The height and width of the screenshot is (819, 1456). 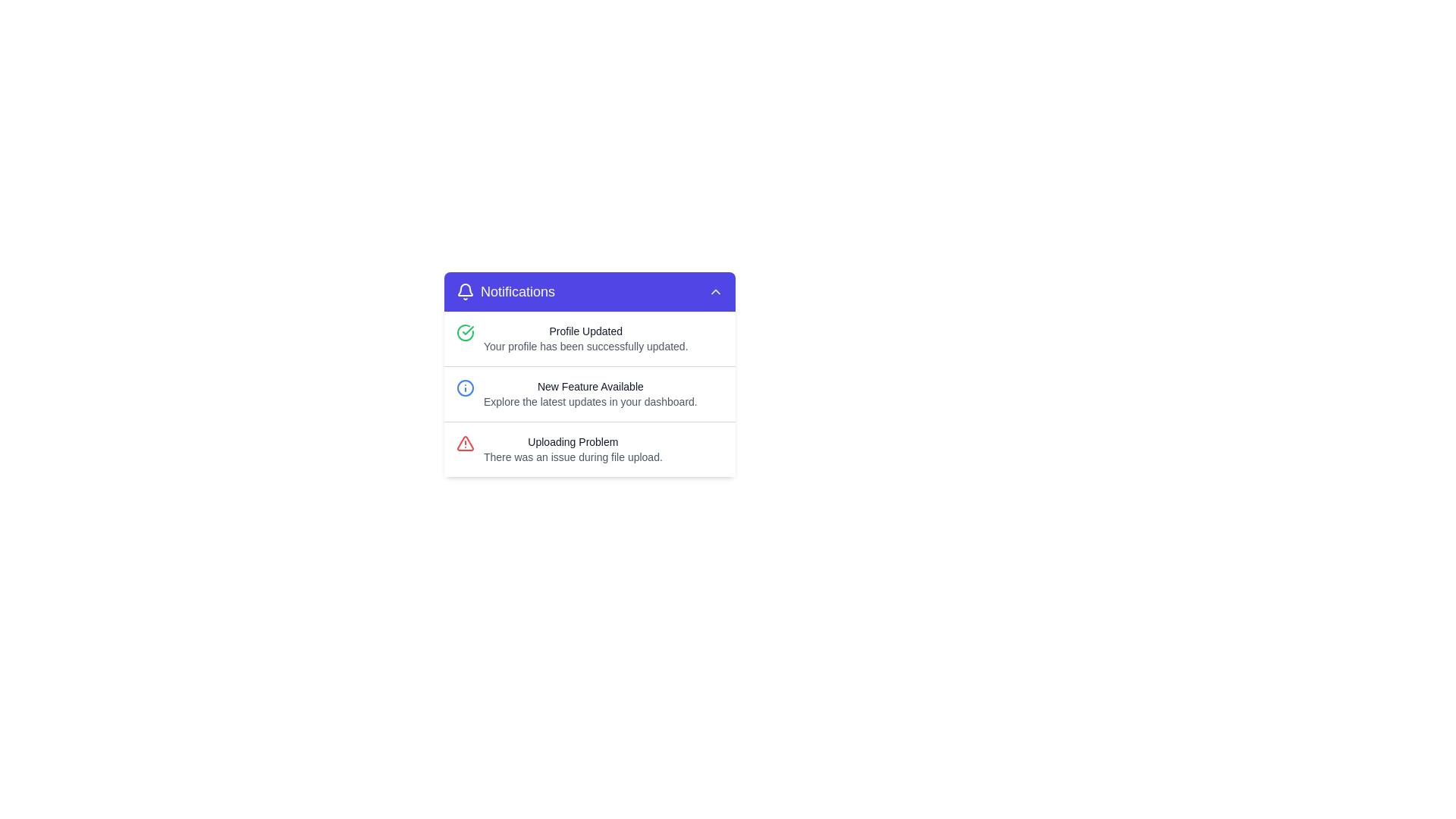 What do you see at coordinates (589, 394) in the screenshot?
I see `the Notification text block, which informs users about the availability of new features, positioned between the profile update notification and the uploading problem notification` at bounding box center [589, 394].